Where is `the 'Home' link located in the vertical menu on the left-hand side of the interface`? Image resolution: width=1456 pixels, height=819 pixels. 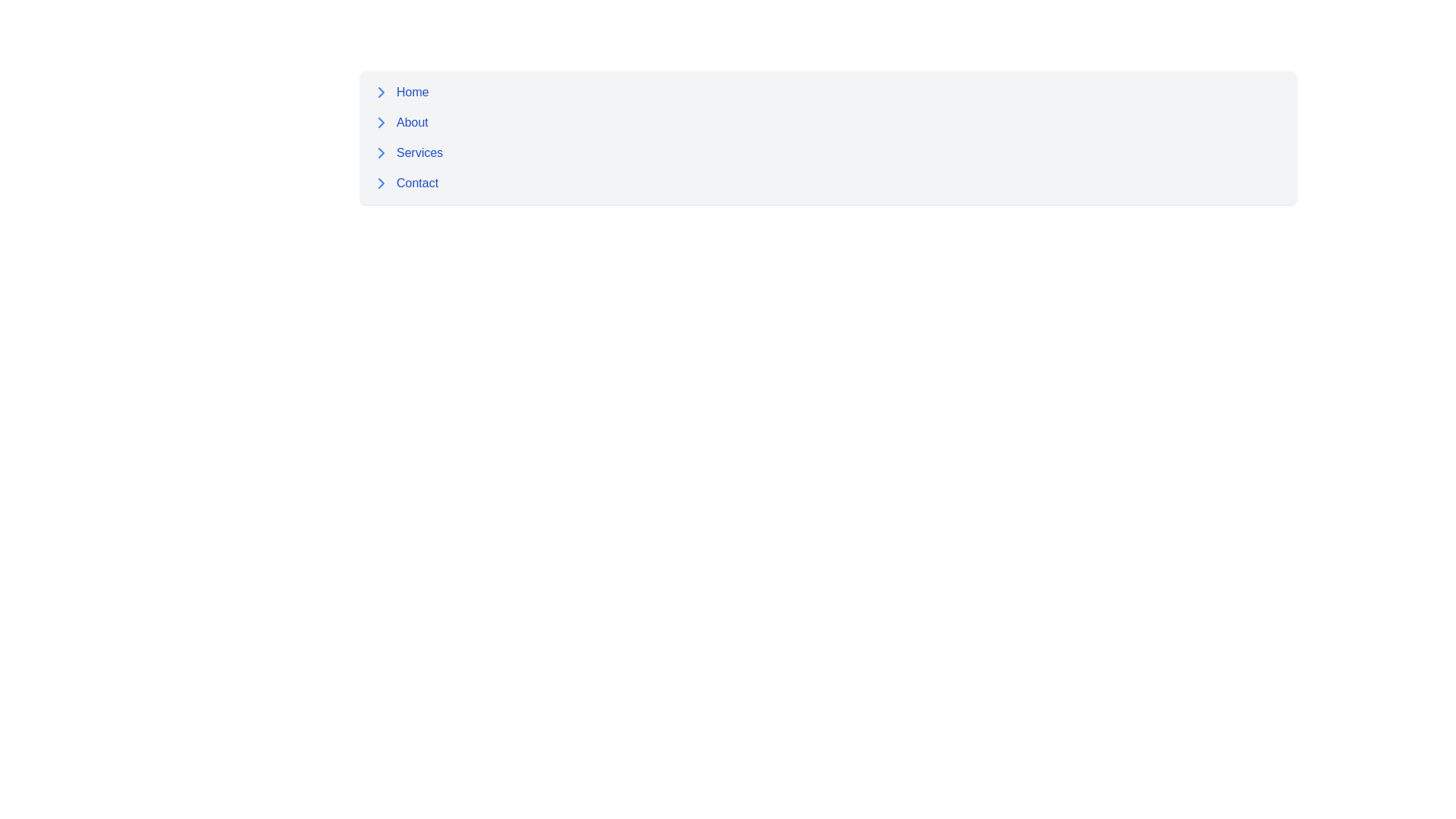 the 'Home' link located in the vertical menu on the left-hand side of the interface is located at coordinates (413, 93).